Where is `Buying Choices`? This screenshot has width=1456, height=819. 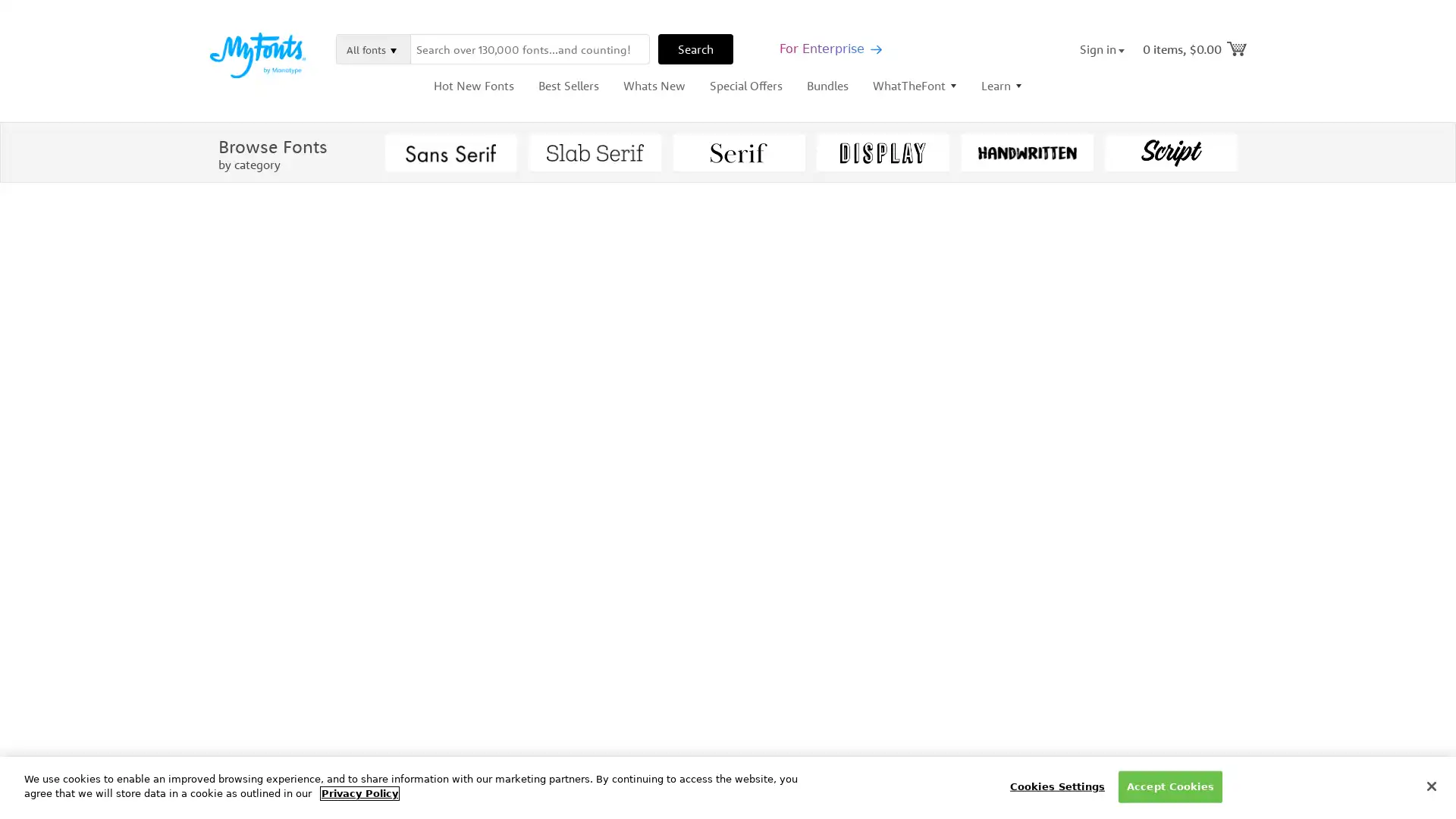
Buying Choices is located at coordinates (958, 620).